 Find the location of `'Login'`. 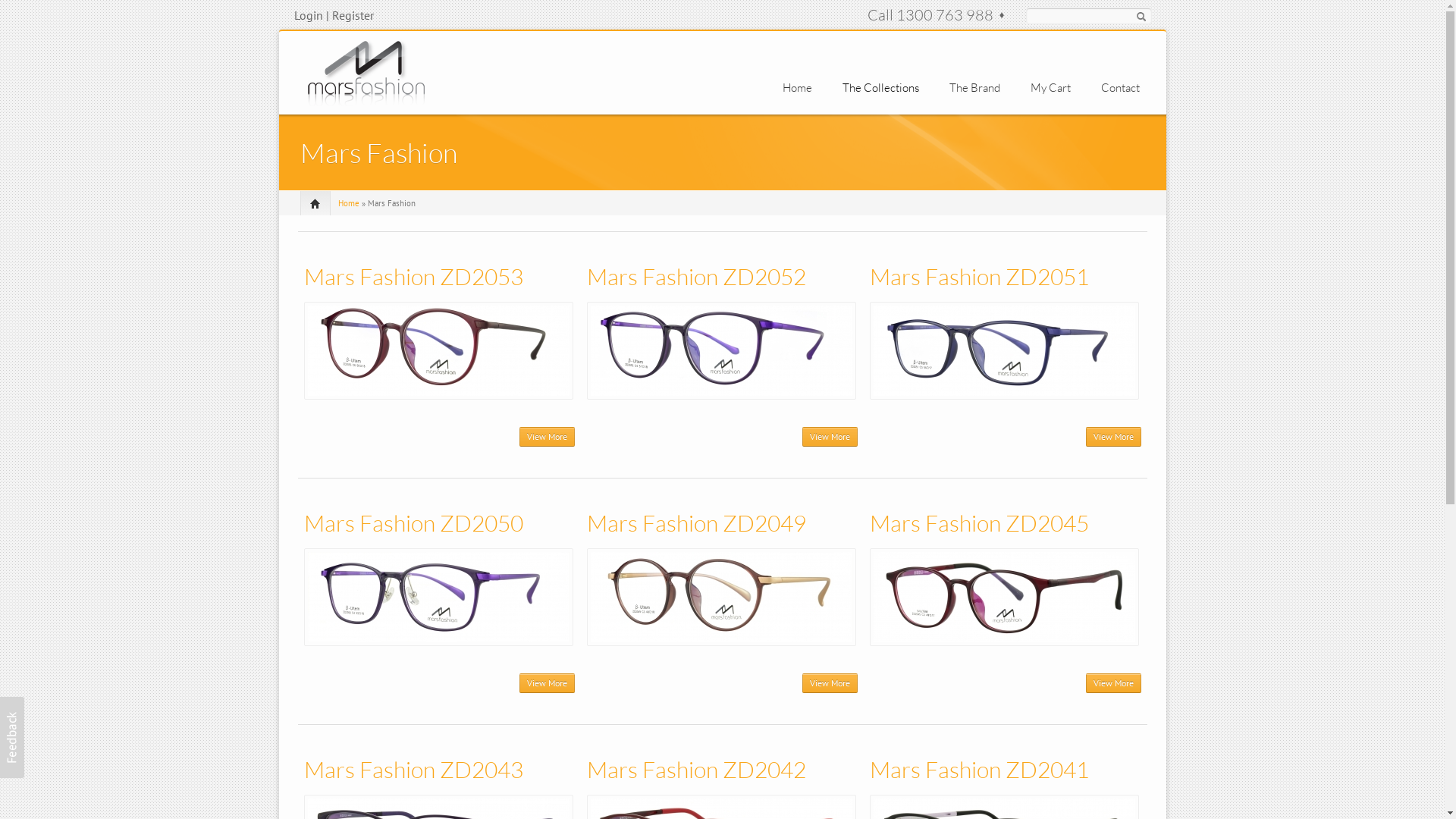

'Login' is located at coordinates (294, 14).